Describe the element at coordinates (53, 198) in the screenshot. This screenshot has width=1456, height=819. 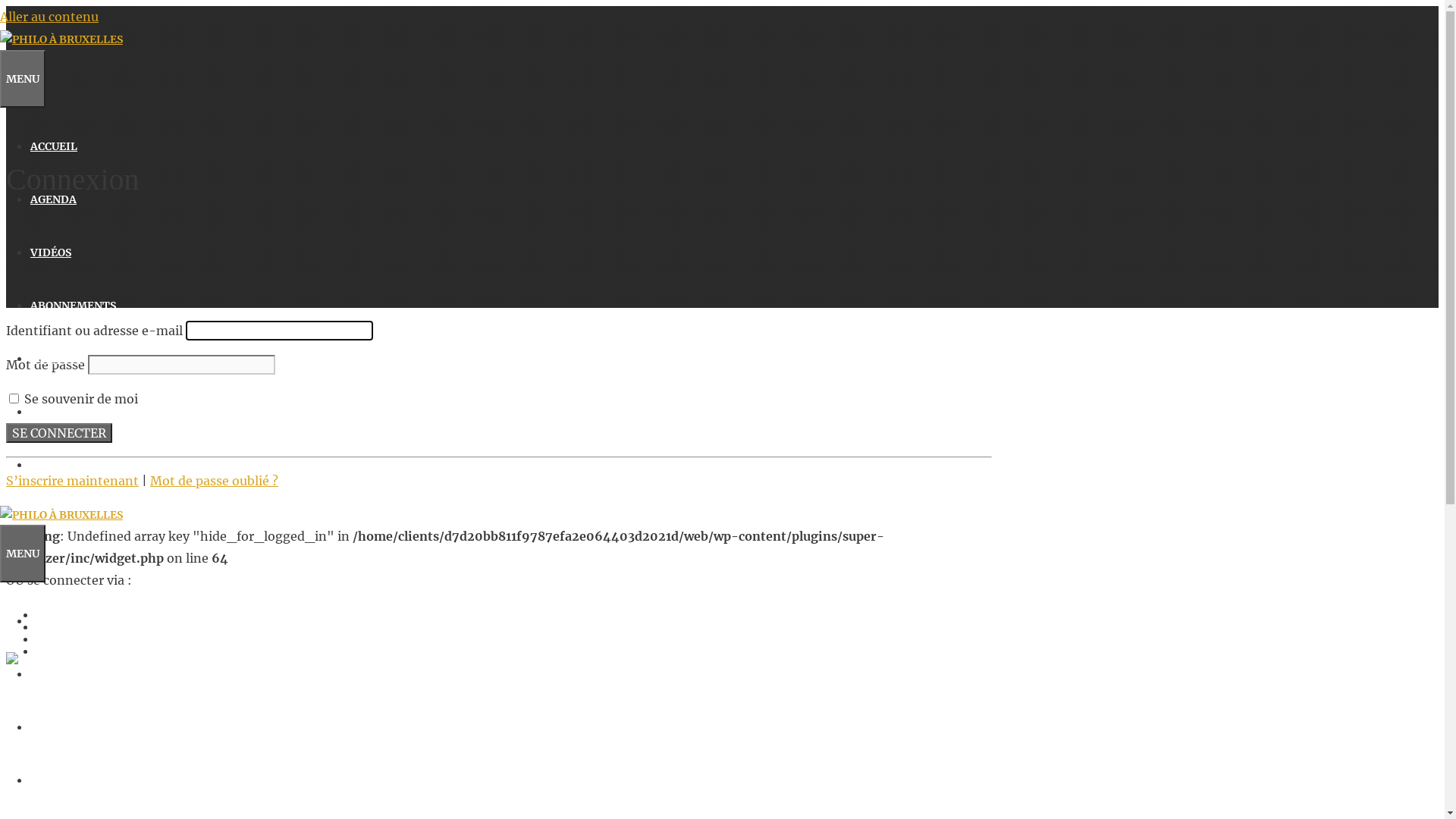
I see `'AGENDA'` at that location.